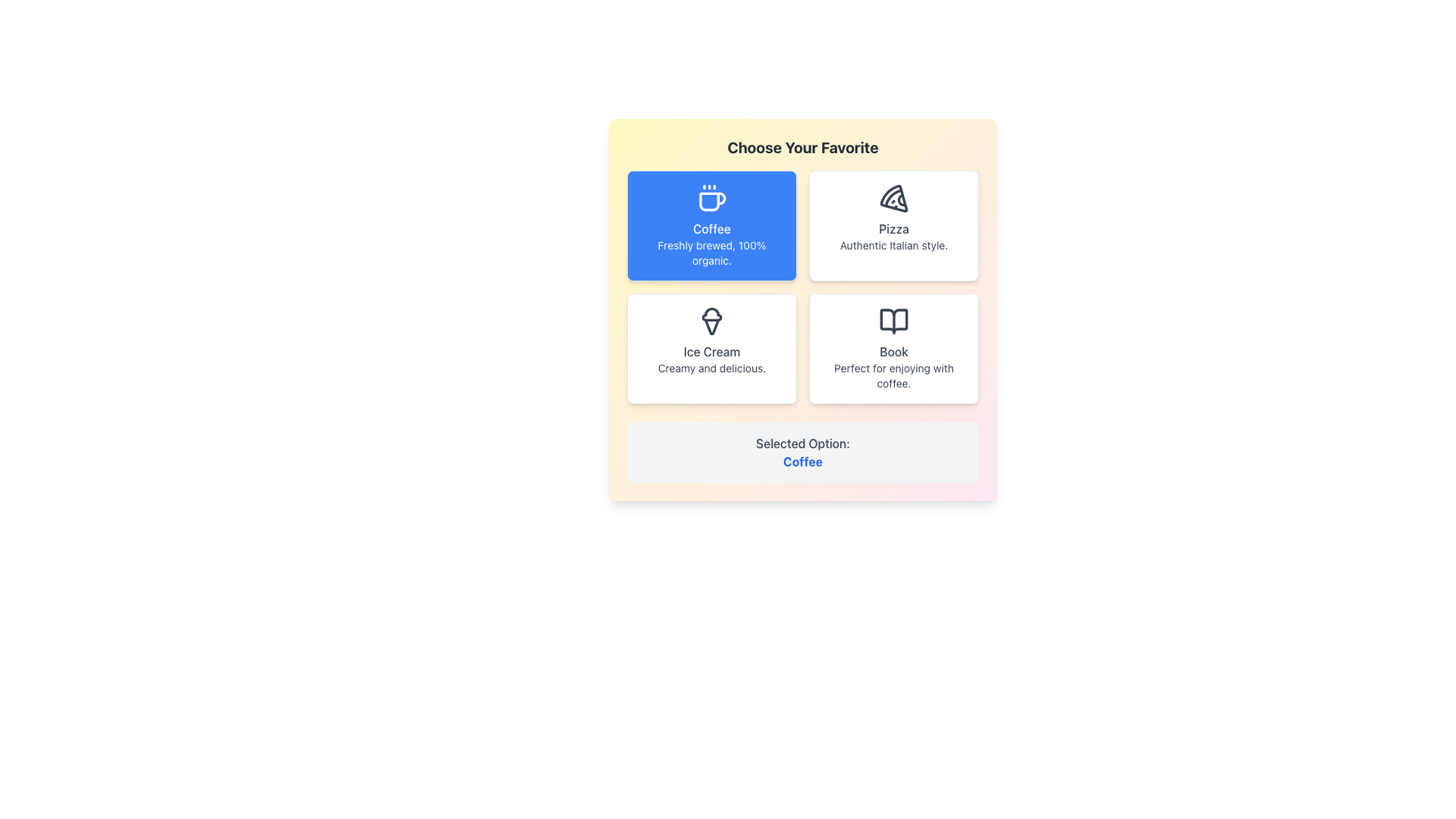  I want to click on the top segment of the ice cream cone icon located in the bottom-left corner of the grid layout, so click(711, 311).